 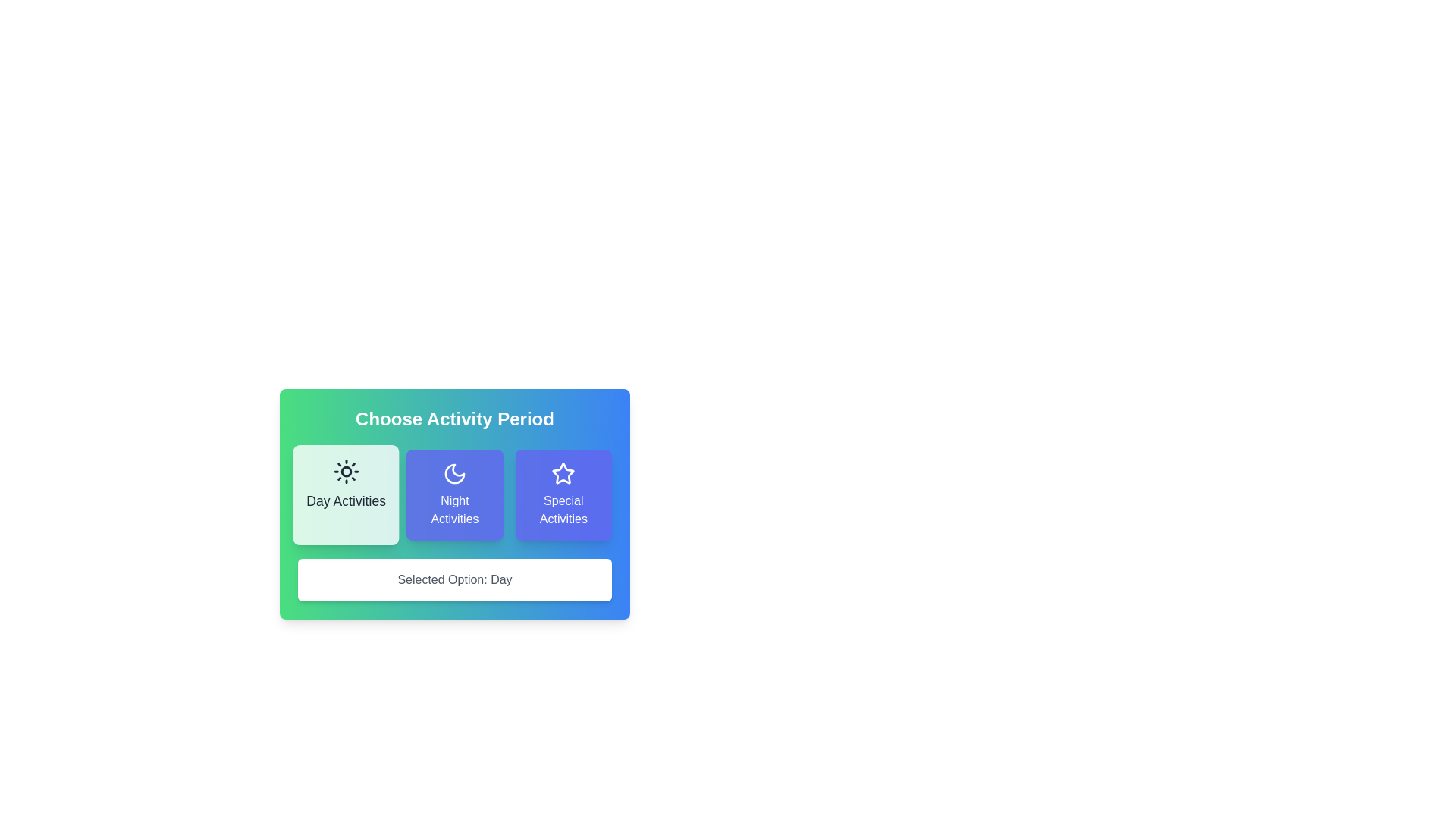 What do you see at coordinates (454, 494) in the screenshot?
I see `the 'Night Activities' button with a gradient blue background and white text` at bounding box center [454, 494].